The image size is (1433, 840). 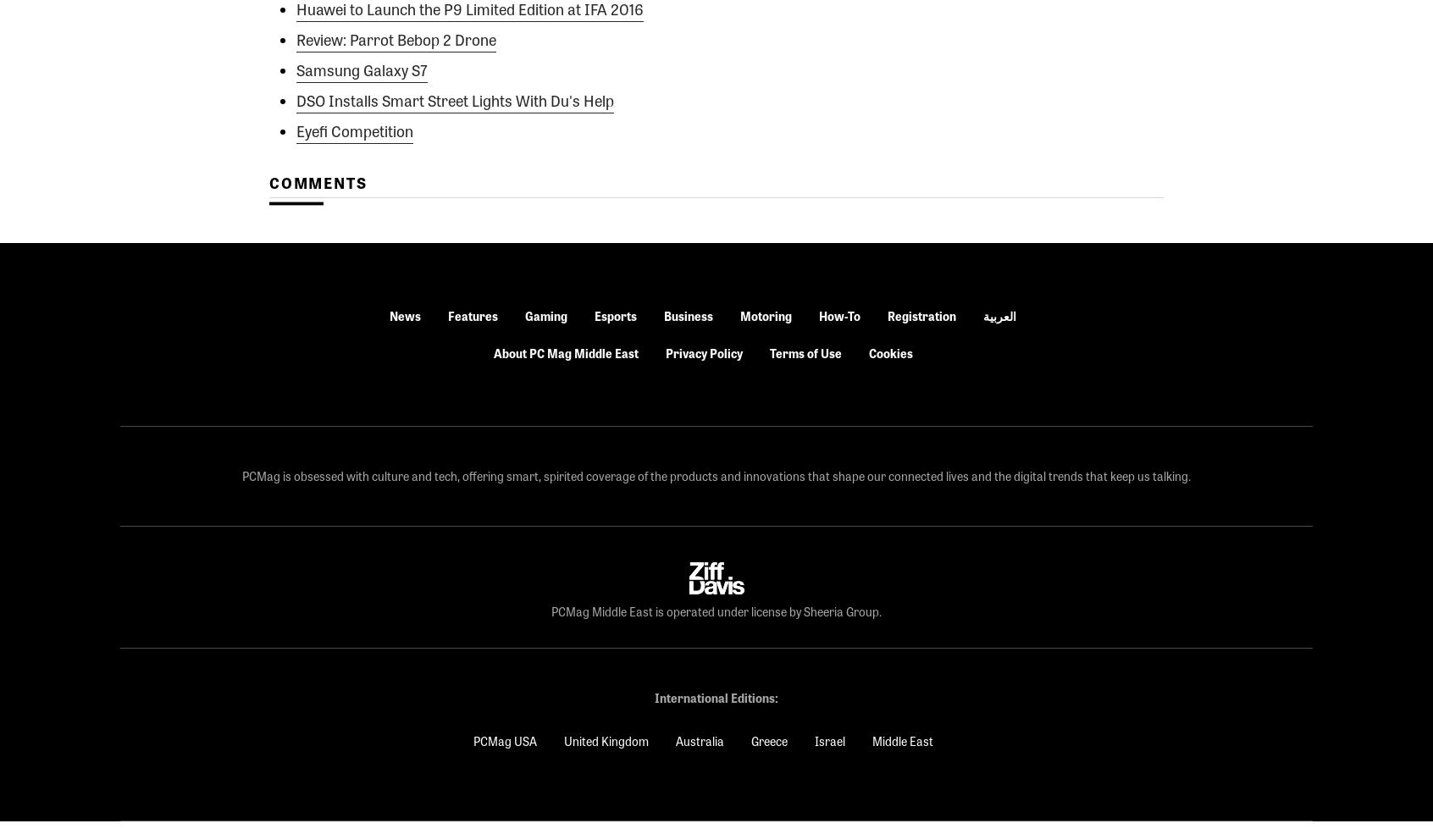 I want to click on 'PCMag is obsessed with culture and tech, offering smart, spirited coverage of the products and innovations that shape our connected lives and the digital trends that keep us talking.', so click(x=716, y=475).